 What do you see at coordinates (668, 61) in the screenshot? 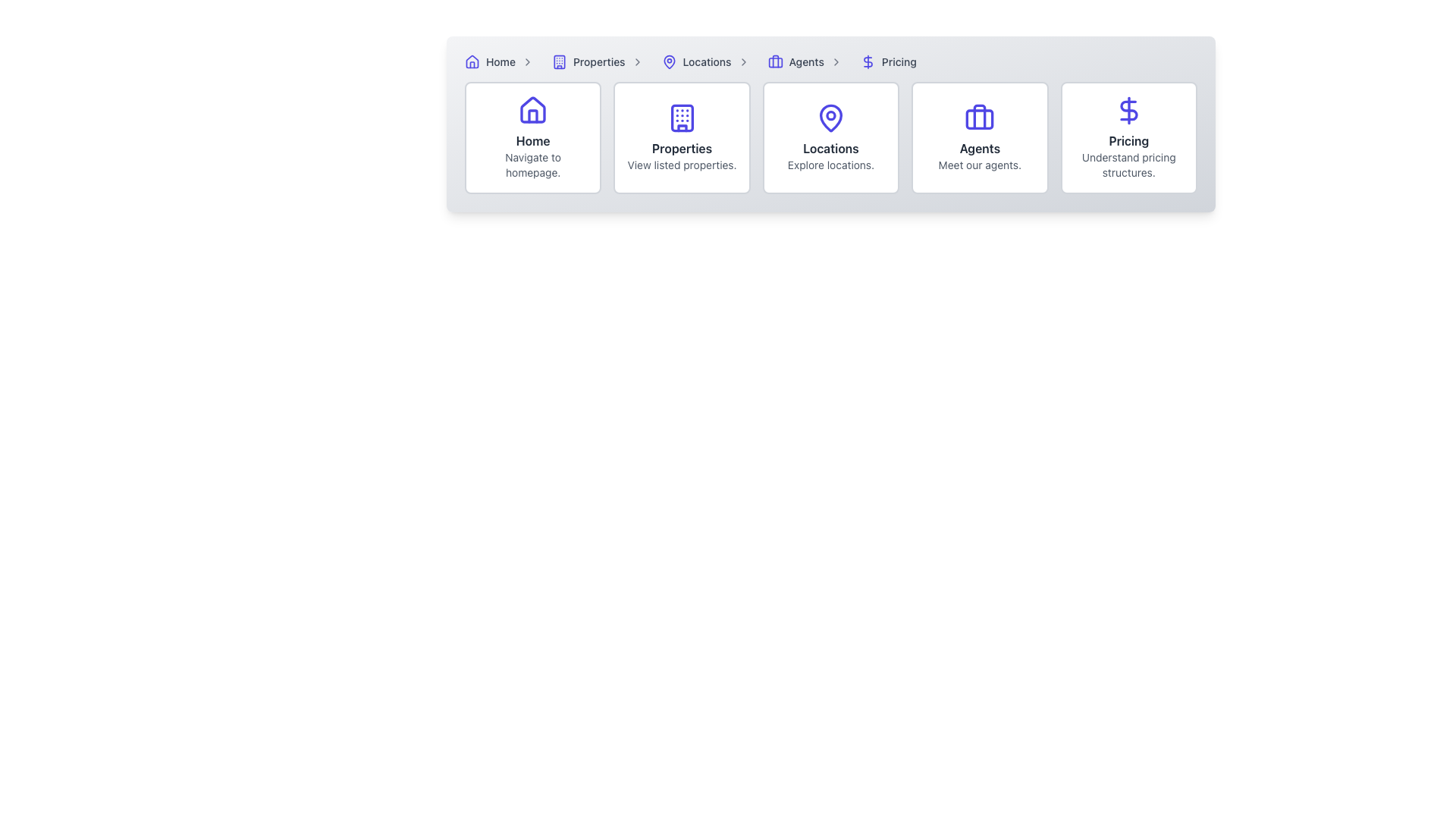
I see `the location marker icon in the breadcrumb navigation, which is positioned between the 'Properties' and 'Agents' segments` at bounding box center [668, 61].